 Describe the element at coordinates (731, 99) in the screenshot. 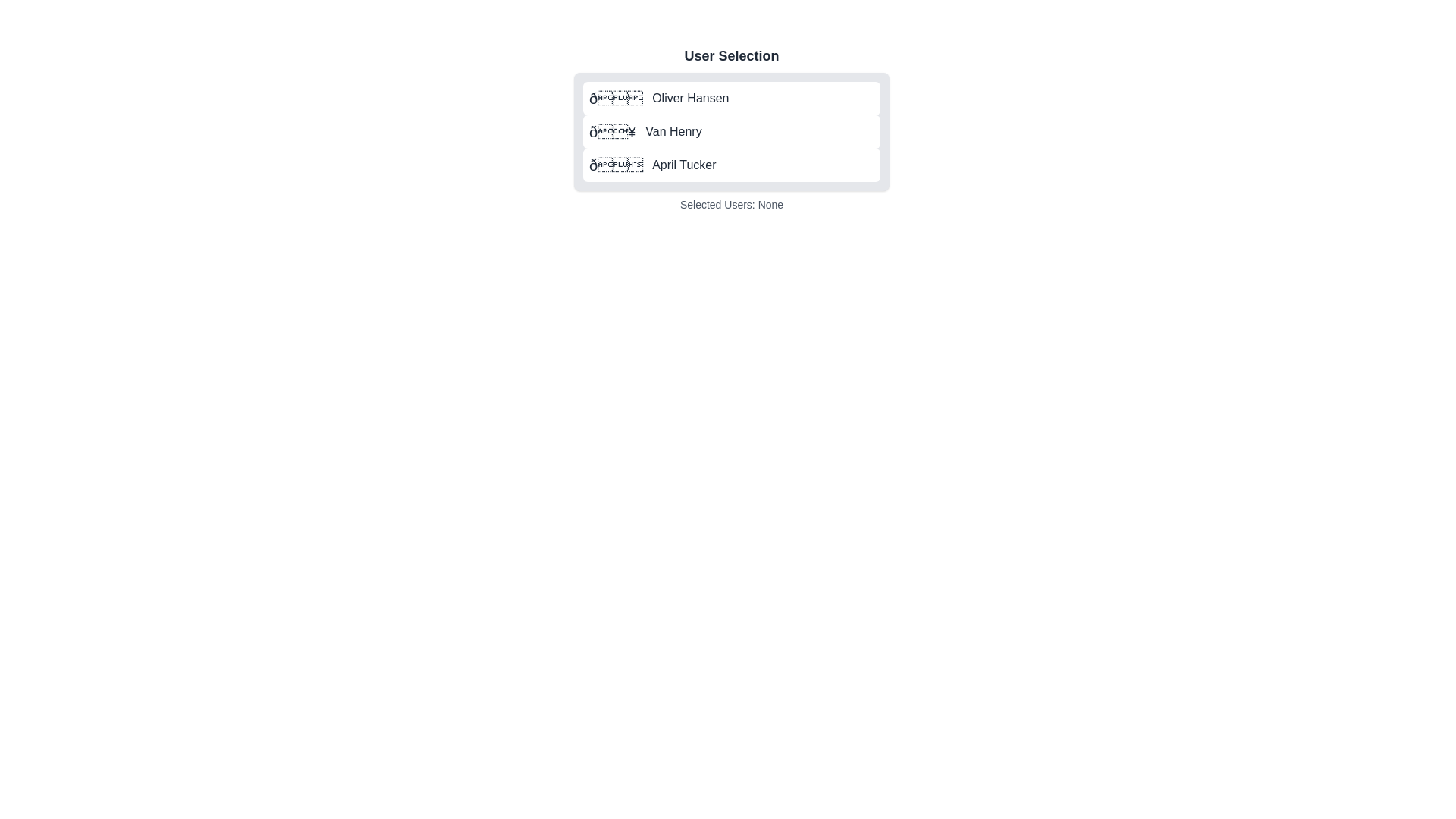

I see `the first interactive list item, which contains a star emoji and the name 'Oliver Hansen'` at that location.